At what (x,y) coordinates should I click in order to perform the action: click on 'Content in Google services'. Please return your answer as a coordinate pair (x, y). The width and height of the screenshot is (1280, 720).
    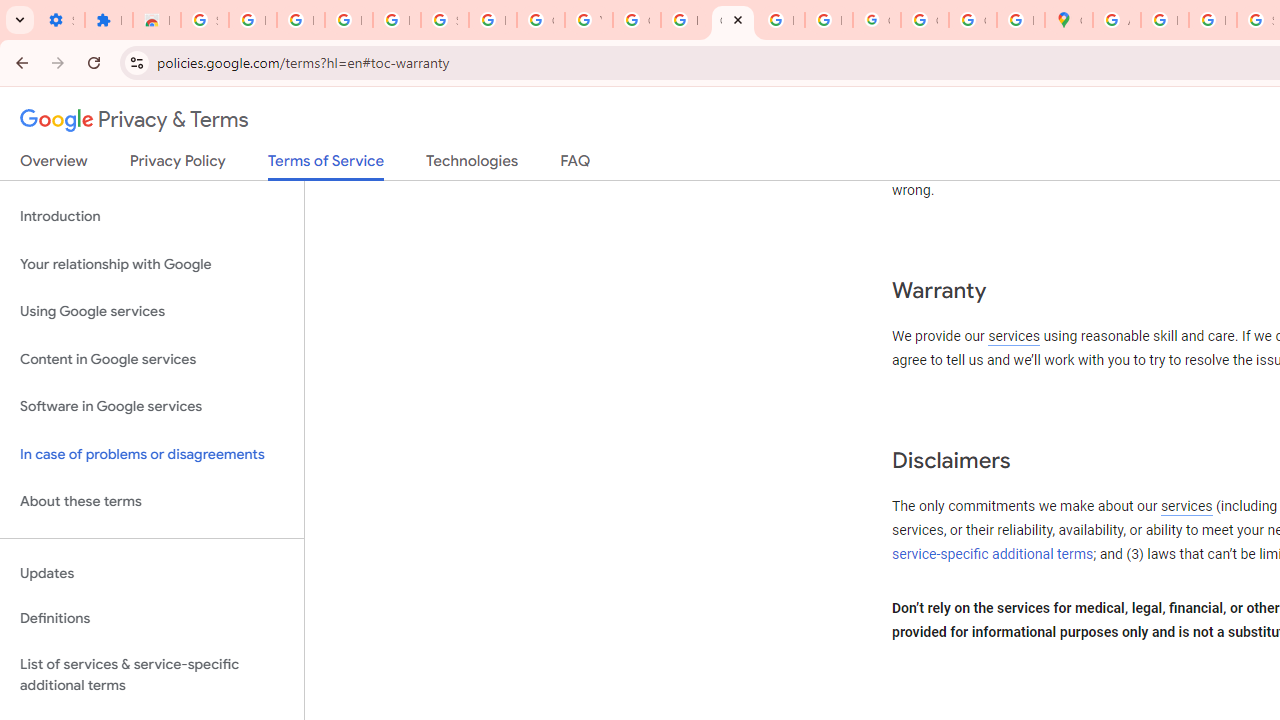
    Looking at the image, I should click on (151, 358).